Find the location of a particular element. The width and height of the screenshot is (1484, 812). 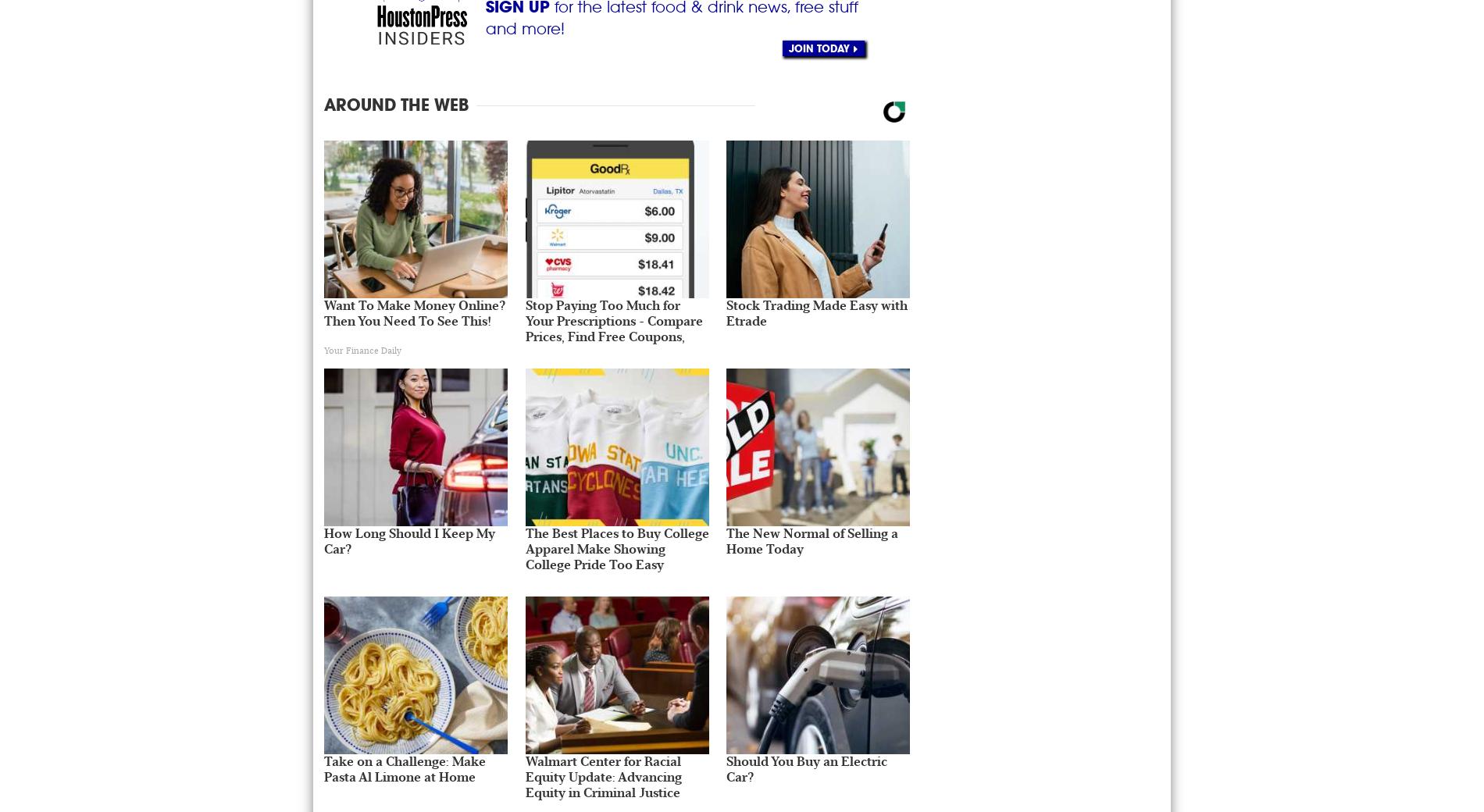

'Around the Web' is located at coordinates (396, 104).